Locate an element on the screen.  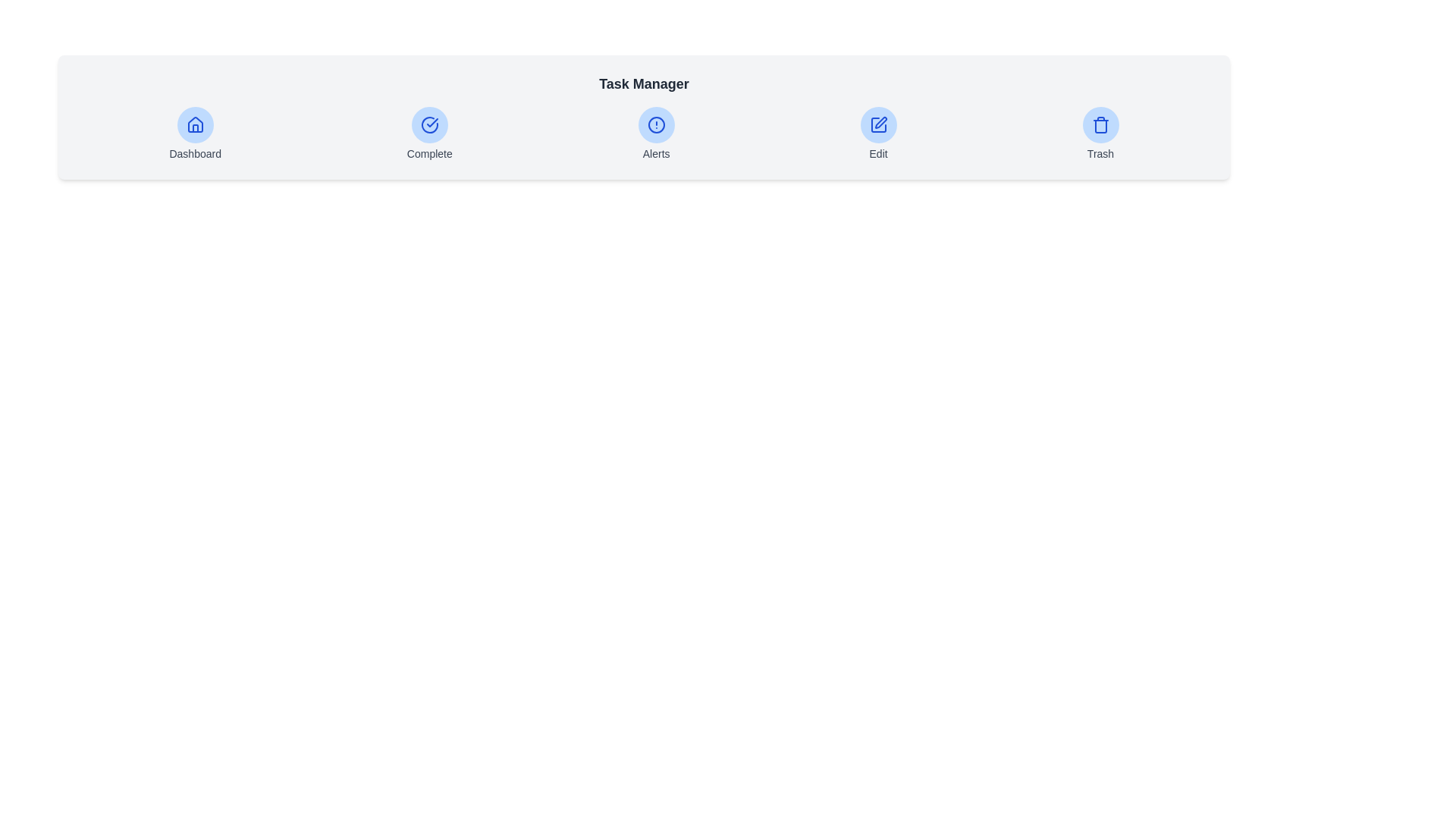
the checkmark inside the circular frame in the navigation bar, which is the second icon from the left labeled 'Complete' is located at coordinates (431, 122).